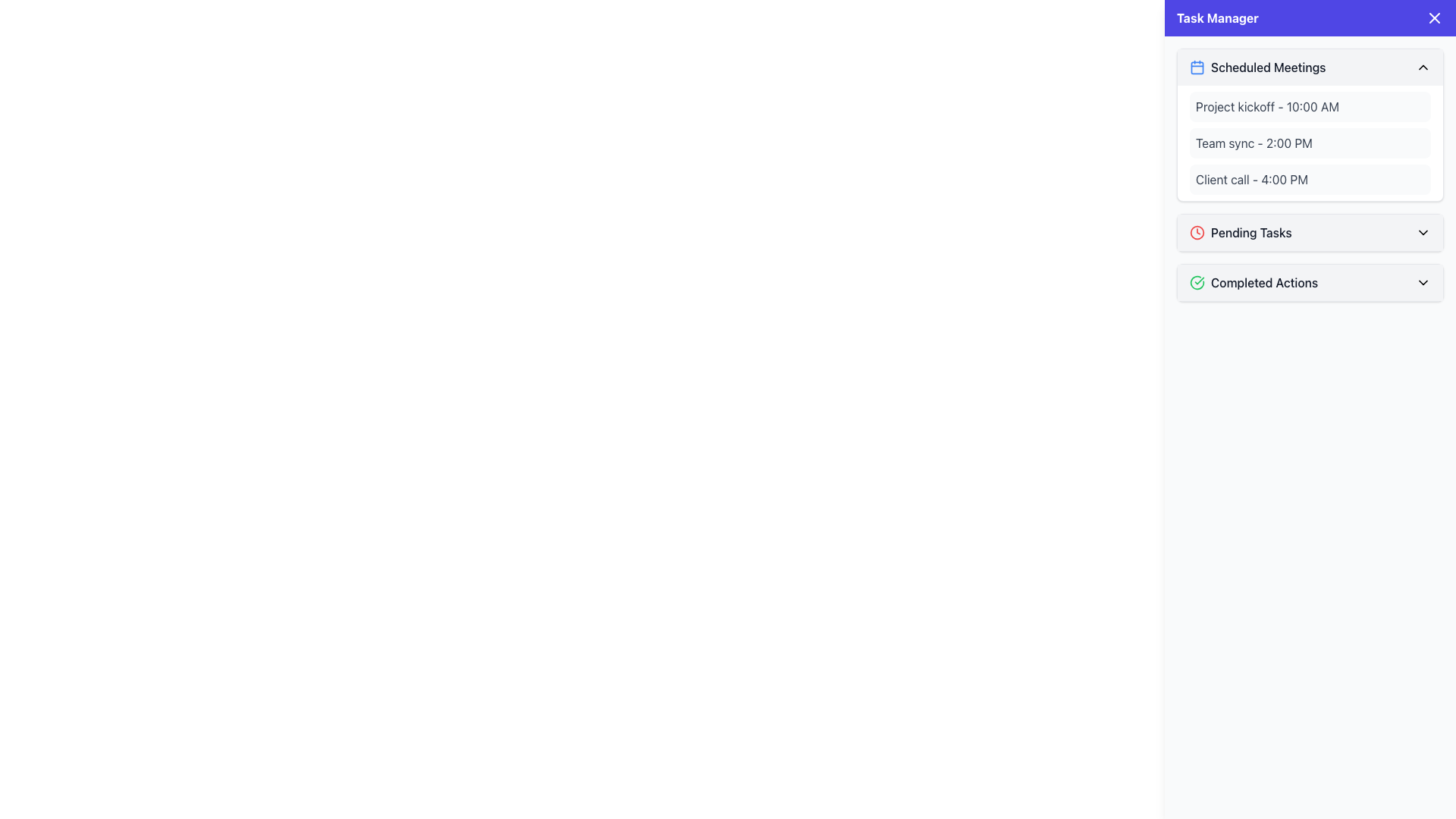 Image resolution: width=1456 pixels, height=819 pixels. What do you see at coordinates (1197, 66) in the screenshot?
I see `the blue calendar icon located to the left of the text 'Scheduled Meetings' in the Task Manager interface` at bounding box center [1197, 66].